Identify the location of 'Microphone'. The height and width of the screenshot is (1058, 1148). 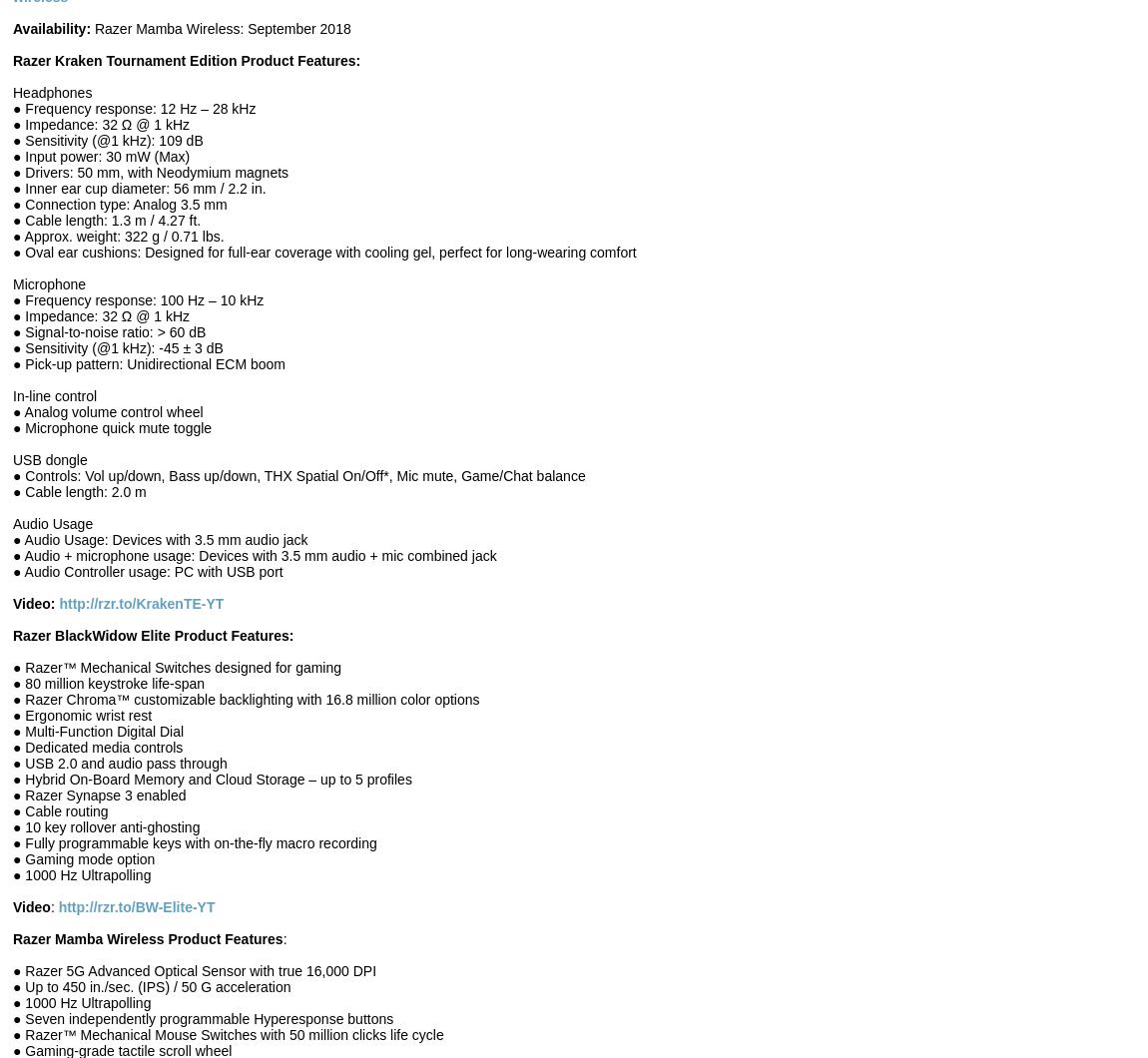
(50, 284).